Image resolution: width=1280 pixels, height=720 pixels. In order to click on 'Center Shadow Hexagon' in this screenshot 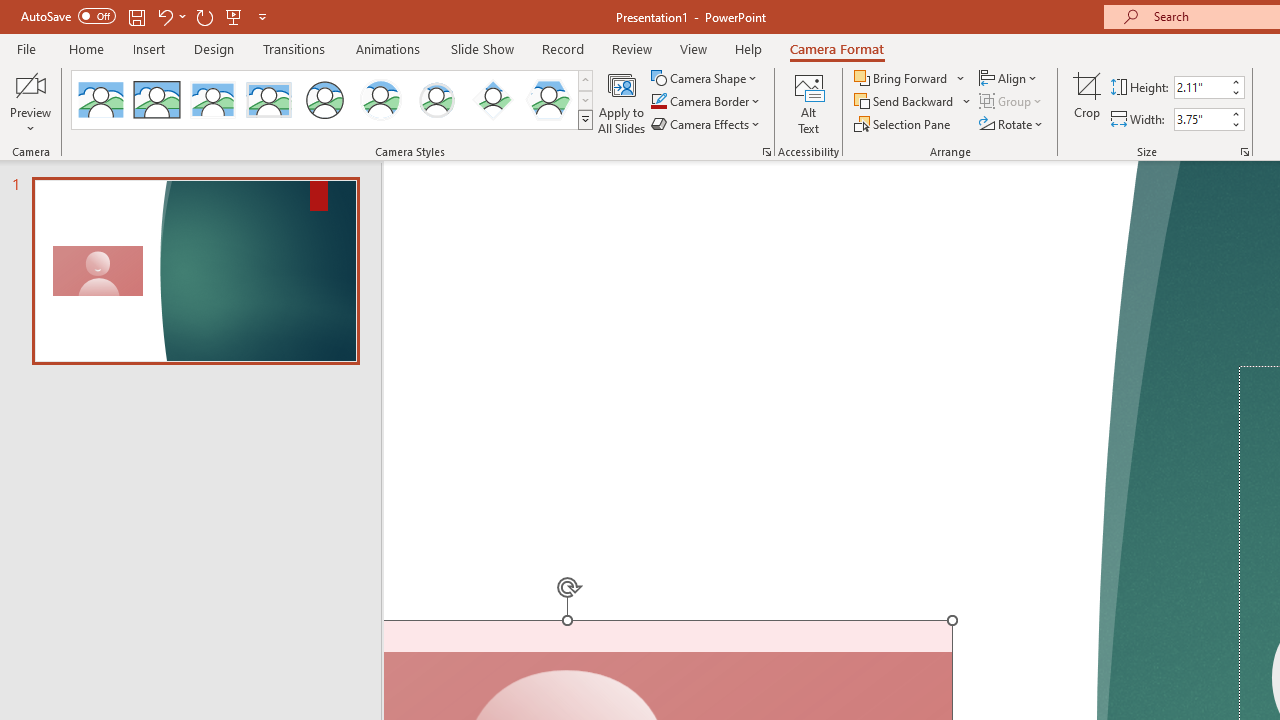, I will do `click(549, 100)`.